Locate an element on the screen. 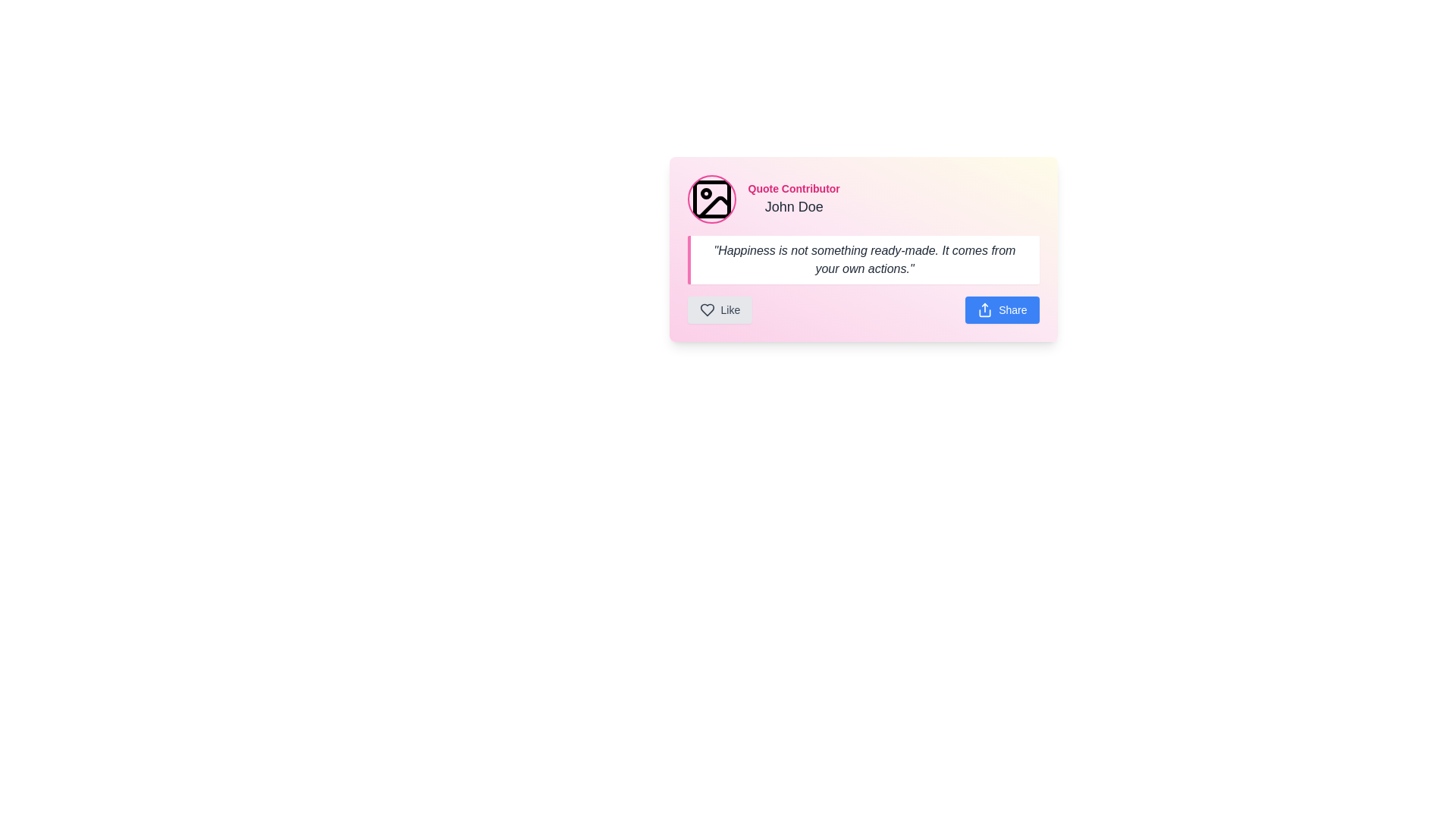 The height and width of the screenshot is (819, 1456). the 'Like' button located in the bottom-left corner of the card layout is located at coordinates (719, 309).